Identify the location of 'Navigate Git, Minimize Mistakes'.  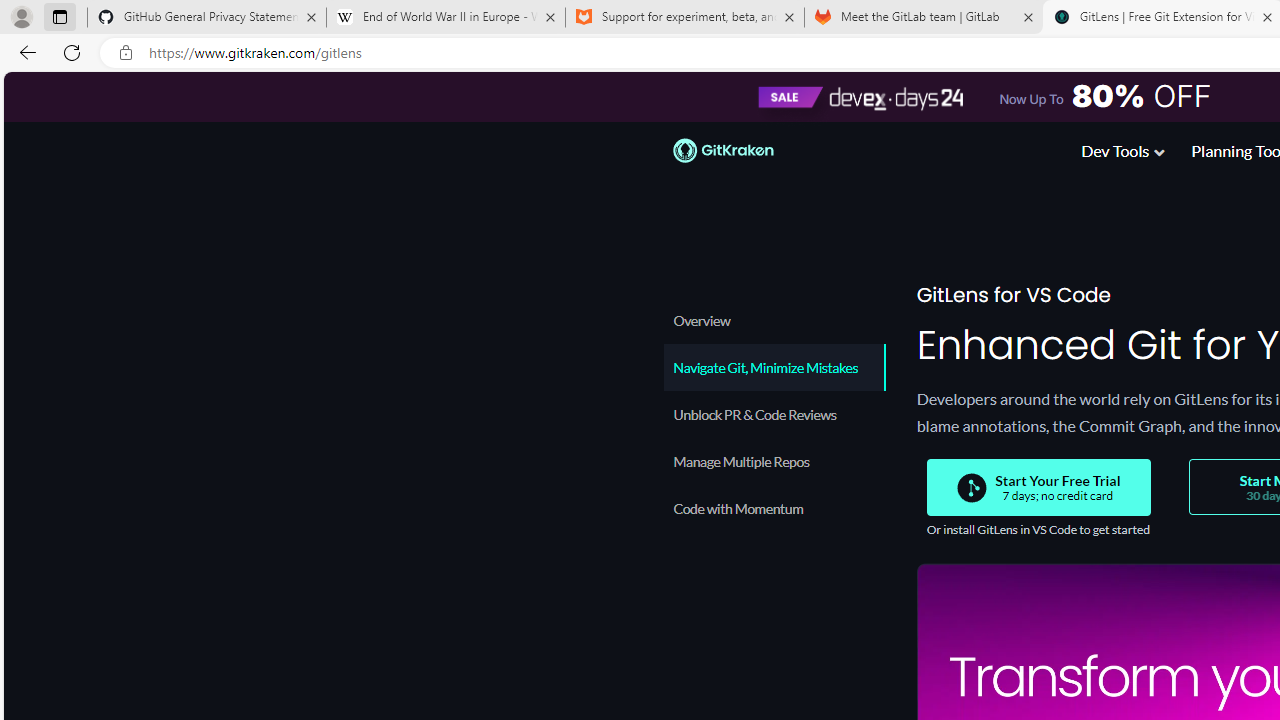
(772, 367).